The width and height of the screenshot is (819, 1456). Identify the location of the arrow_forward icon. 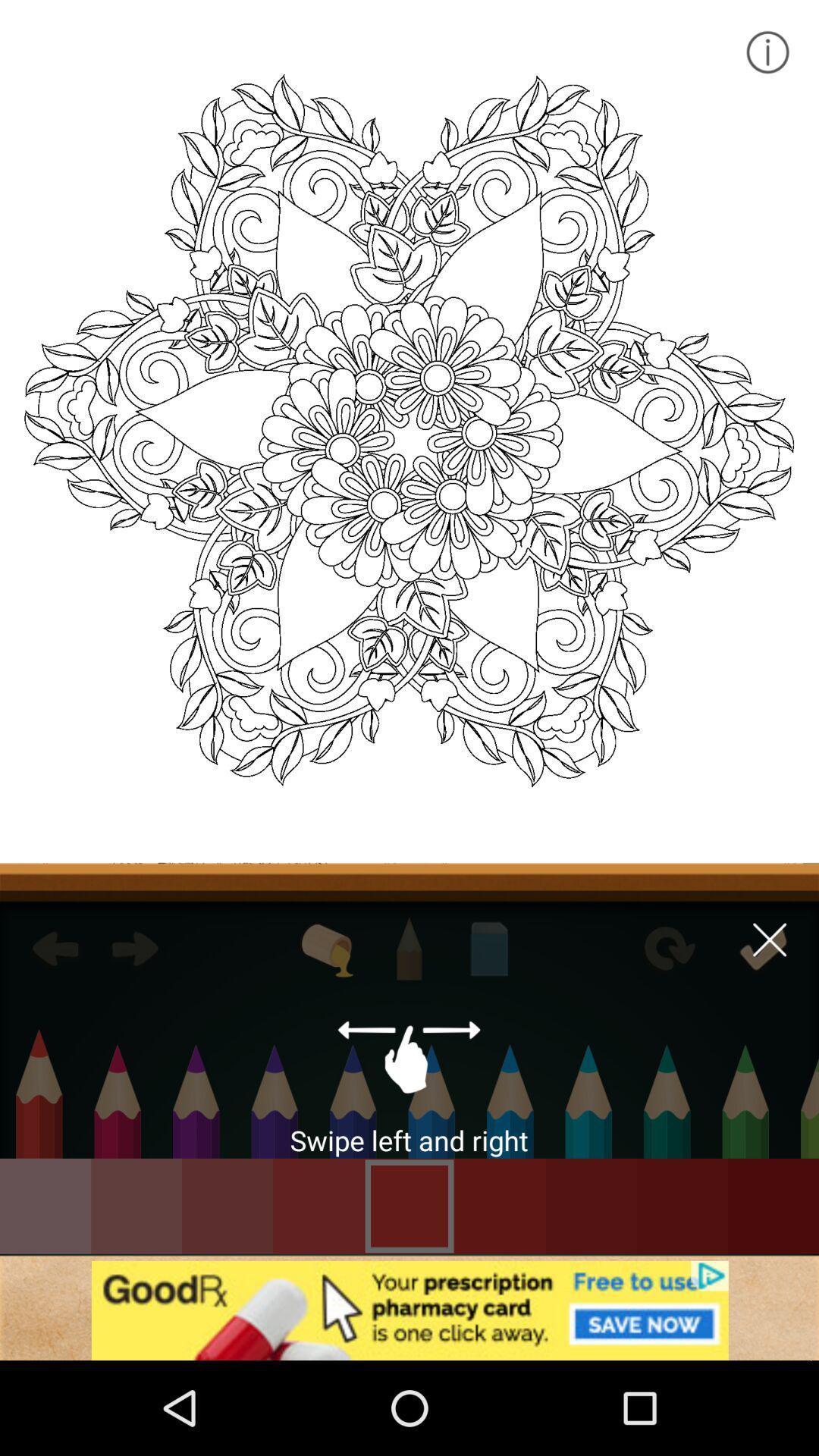
(134, 948).